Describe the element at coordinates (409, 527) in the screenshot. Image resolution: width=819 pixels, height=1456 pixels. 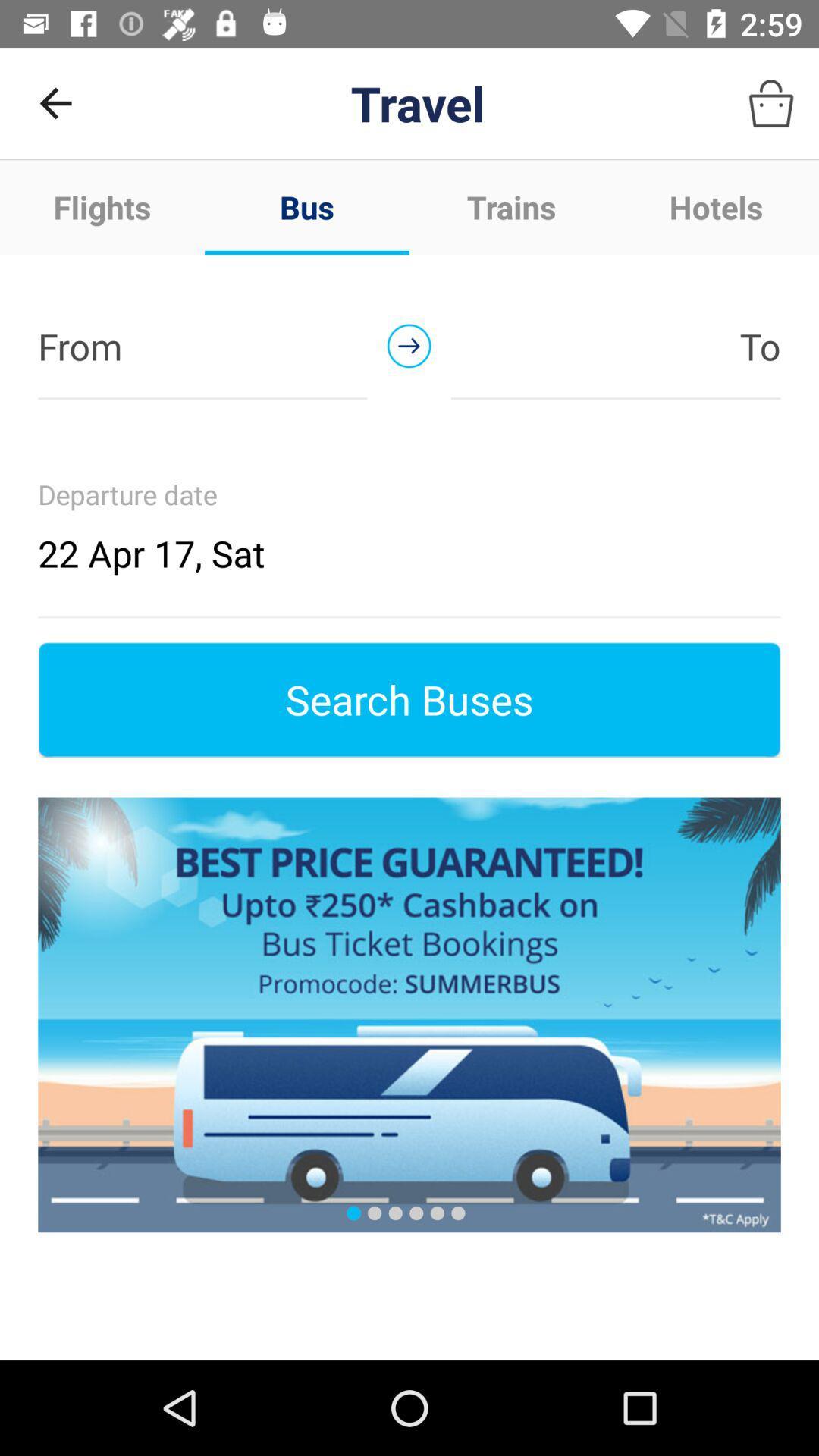
I see `departure date` at that location.